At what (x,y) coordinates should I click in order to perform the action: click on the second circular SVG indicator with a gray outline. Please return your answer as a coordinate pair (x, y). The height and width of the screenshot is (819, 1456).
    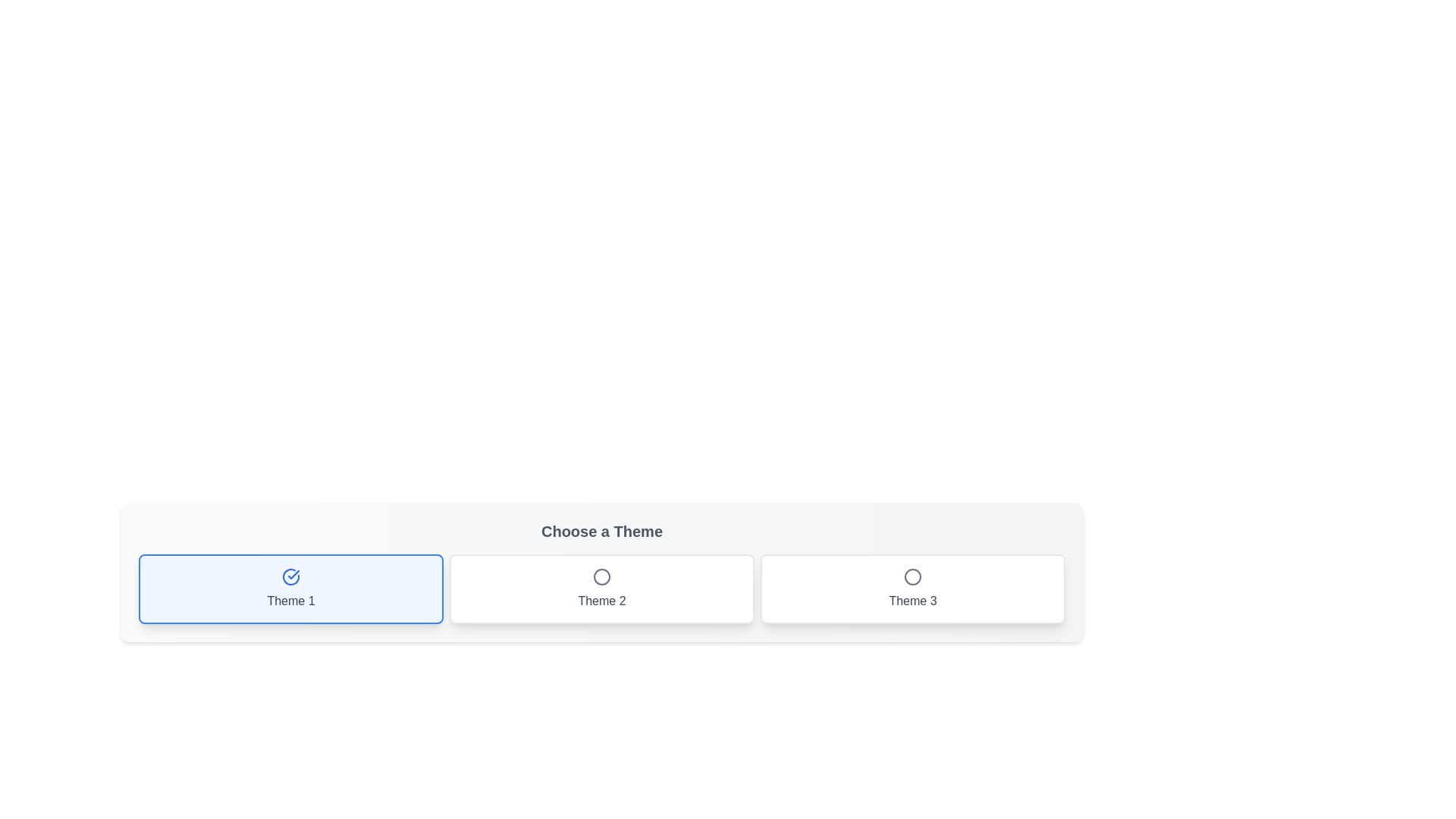
    Looking at the image, I should click on (601, 576).